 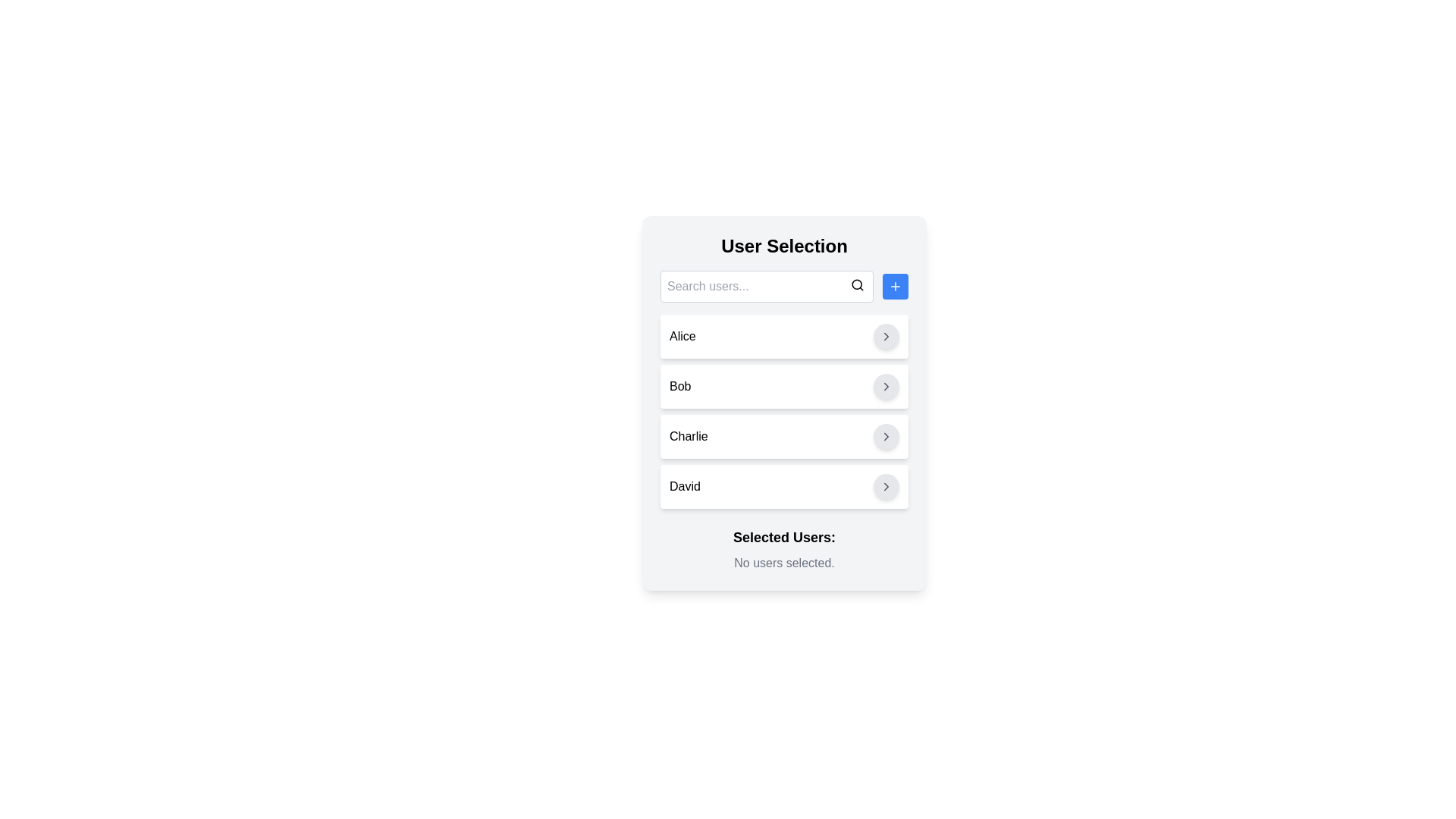 What do you see at coordinates (679, 385) in the screenshot?
I see `the text label displaying the name 'Bob'` at bounding box center [679, 385].